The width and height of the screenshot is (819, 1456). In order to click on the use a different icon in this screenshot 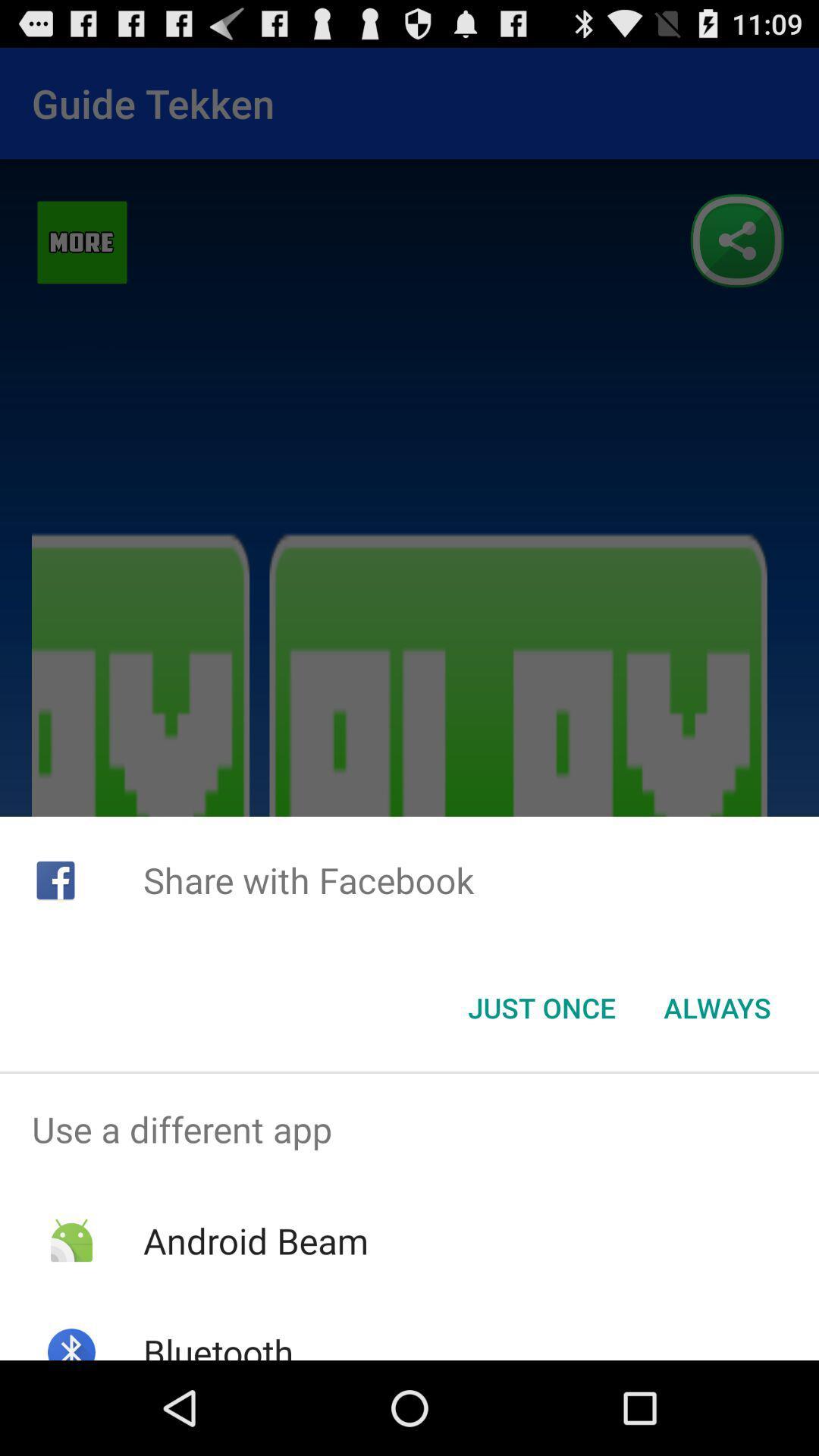, I will do `click(409, 1129)`.